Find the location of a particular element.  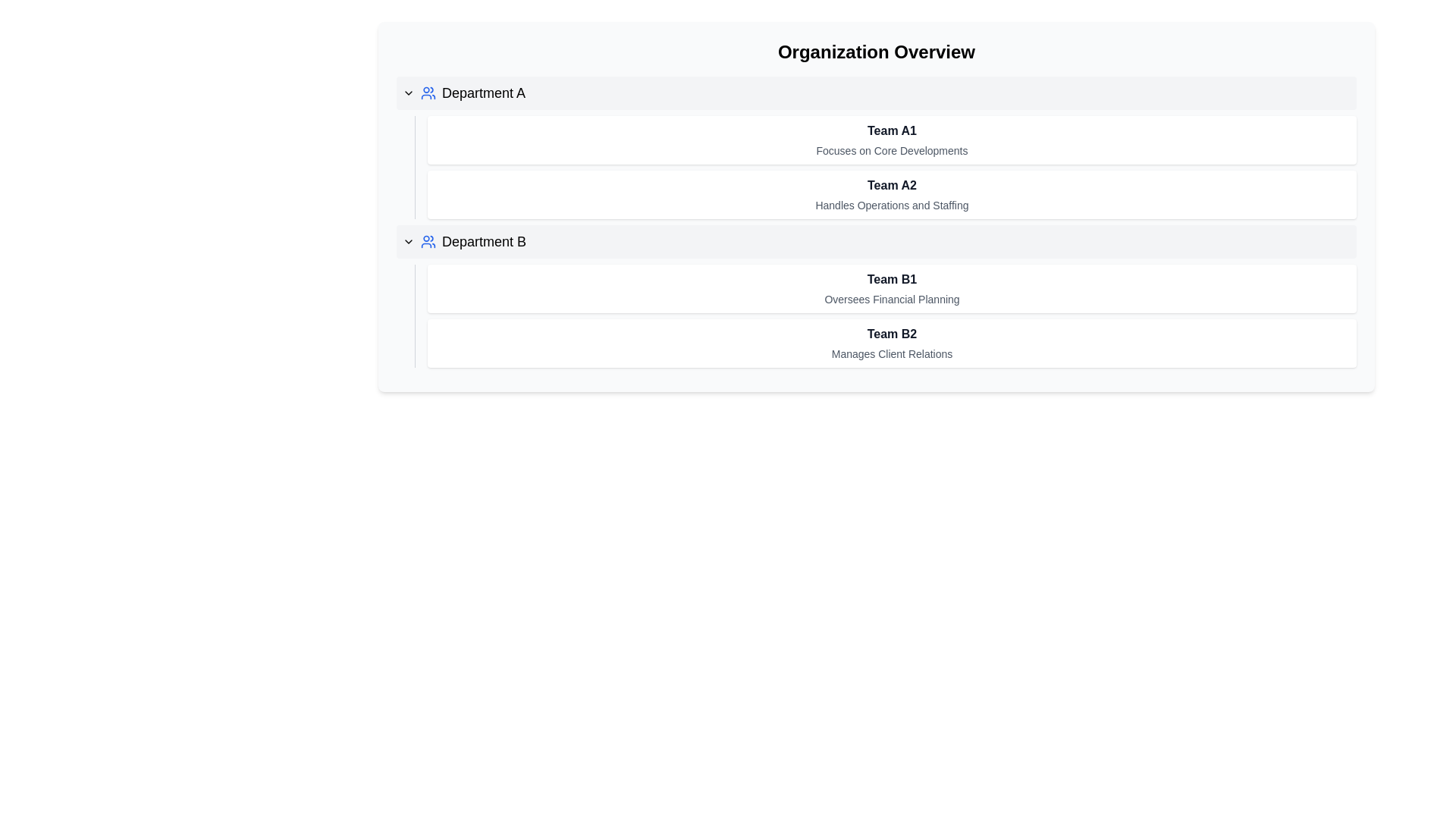

the non-interactive text label that provides information related to 'Team B2', positioned below 'Department B' is located at coordinates (892, 353).